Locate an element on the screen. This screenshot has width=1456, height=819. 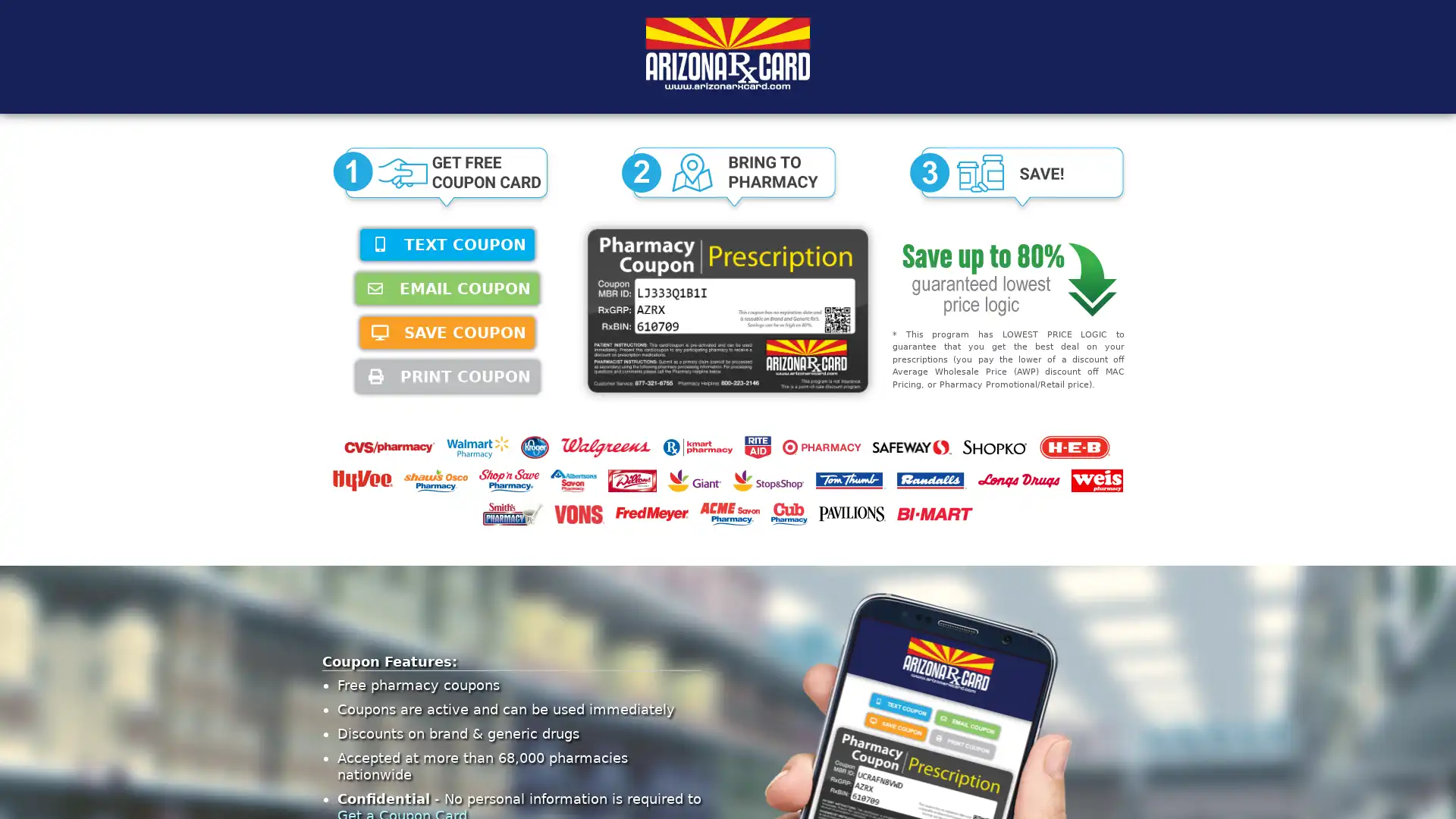
TEXT COUPON is located at coordinates (447, 244).